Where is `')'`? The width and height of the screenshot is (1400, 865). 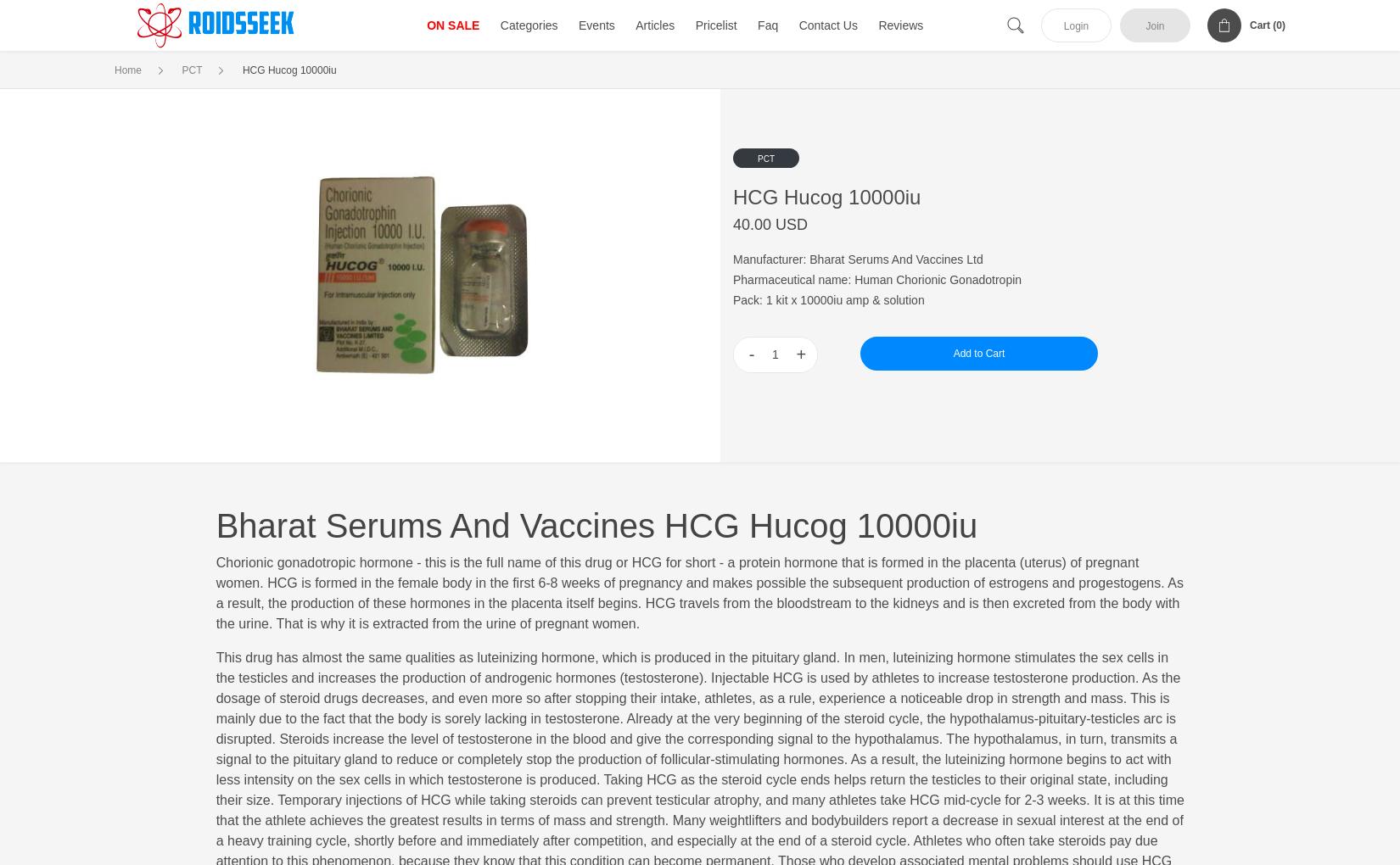 ')' is located at coordinates (1283, 24).